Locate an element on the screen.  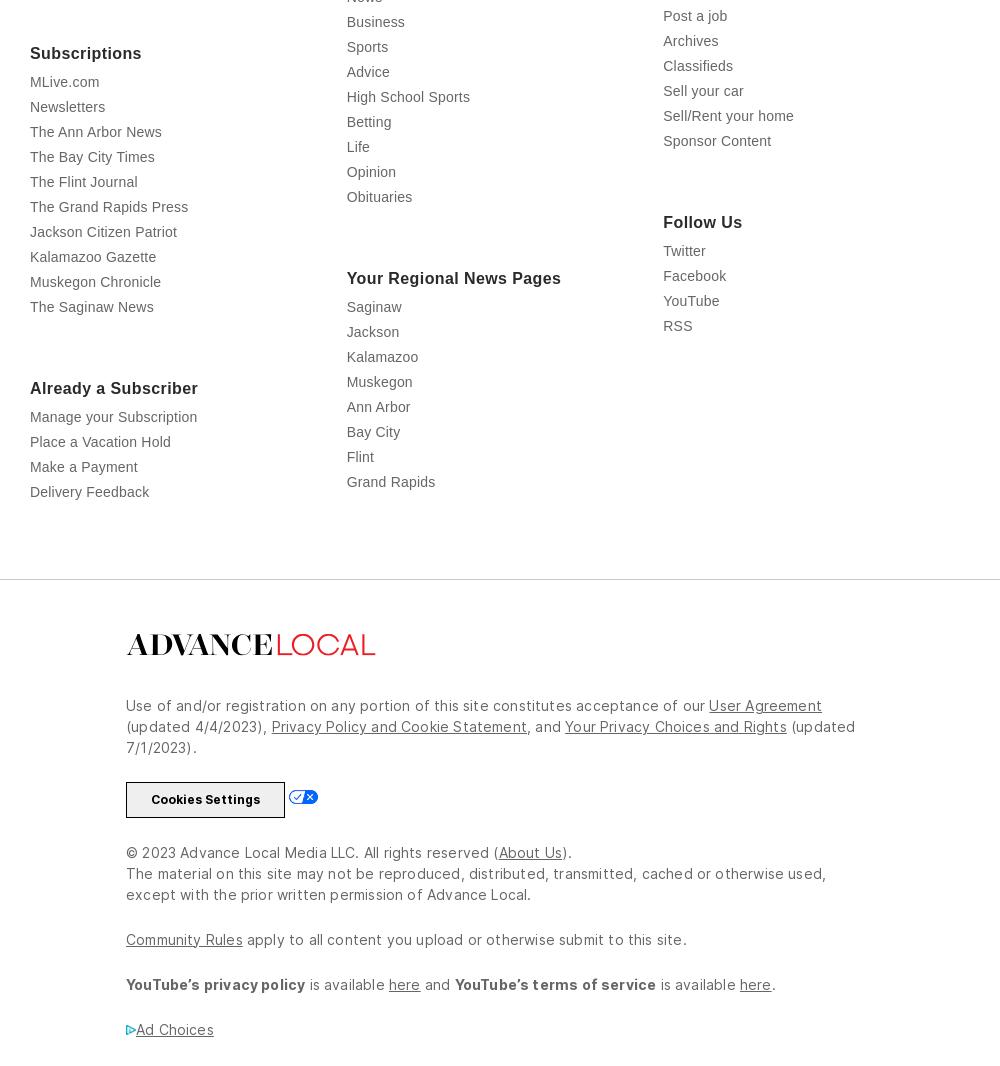
'Follow Us' is located at coordinates (701, 310).